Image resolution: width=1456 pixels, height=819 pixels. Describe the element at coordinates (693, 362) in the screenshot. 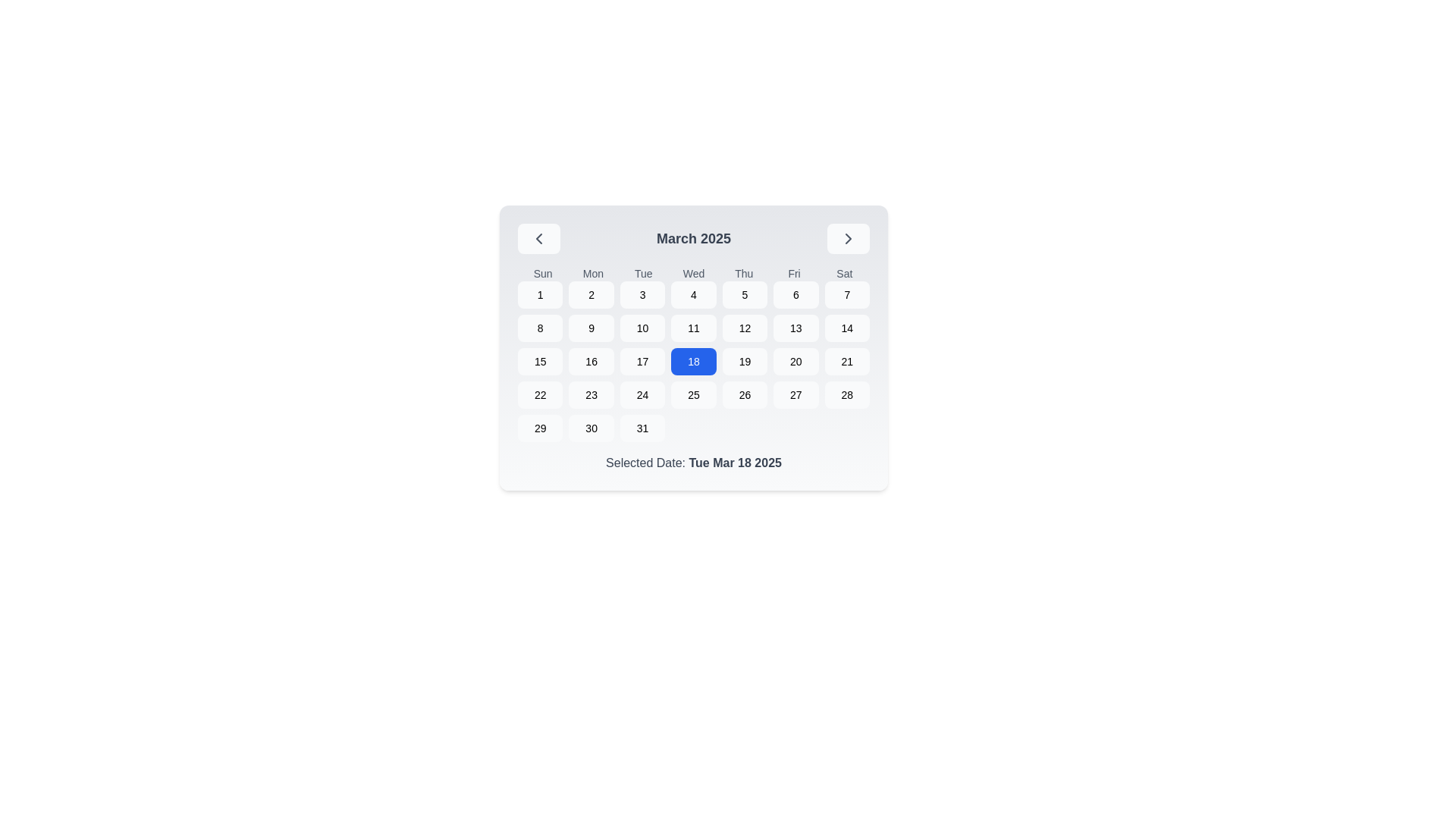

I see `the blue rectangular button labeled '18' in the calendar grid layout` at that location.